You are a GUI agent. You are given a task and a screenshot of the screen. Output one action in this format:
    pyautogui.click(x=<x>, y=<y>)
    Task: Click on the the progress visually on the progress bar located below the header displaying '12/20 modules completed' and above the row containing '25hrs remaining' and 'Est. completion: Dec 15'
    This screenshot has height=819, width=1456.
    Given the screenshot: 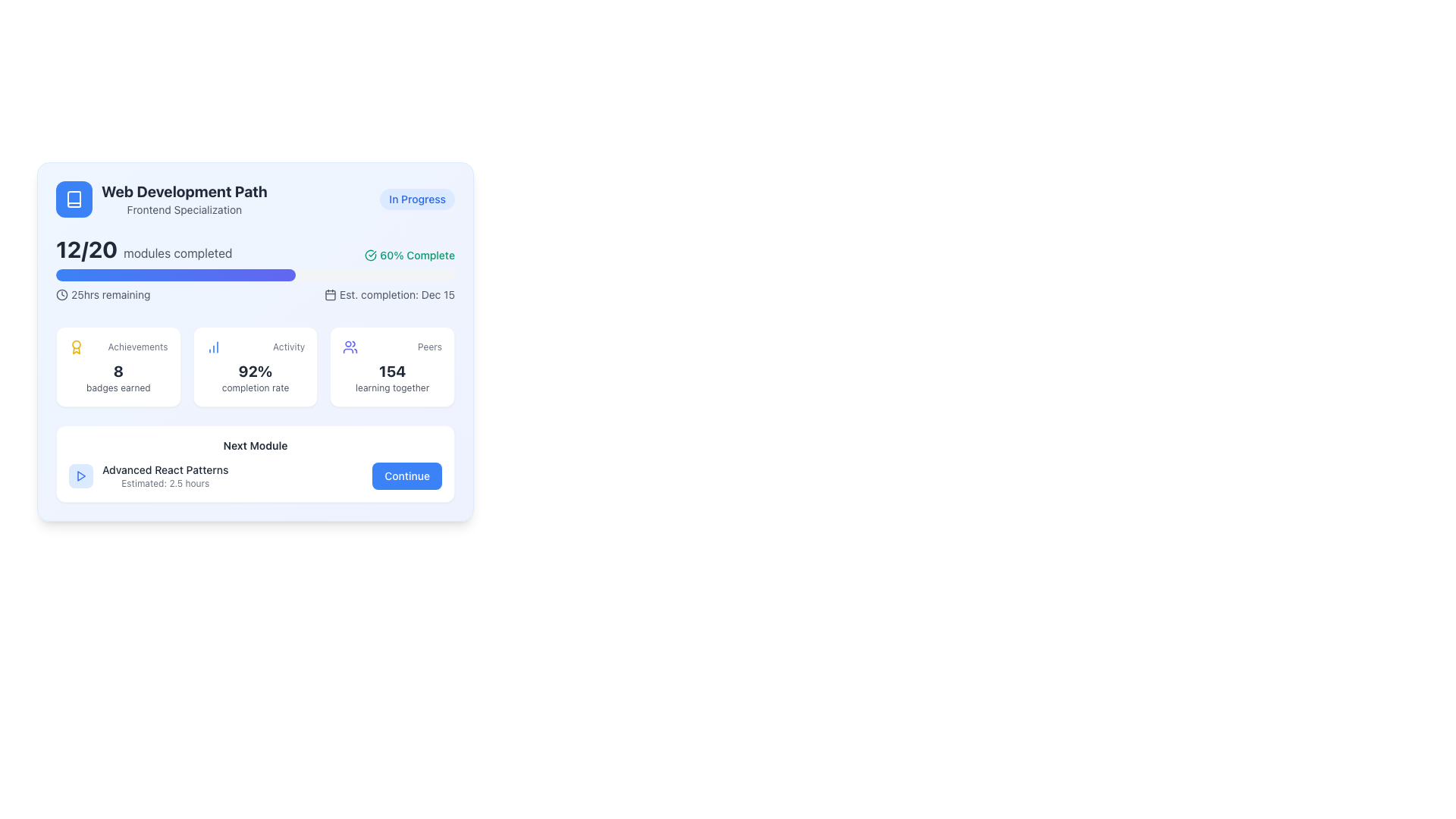 What is the action you would take?
    pyautogui.click(x=255, y=275)
    